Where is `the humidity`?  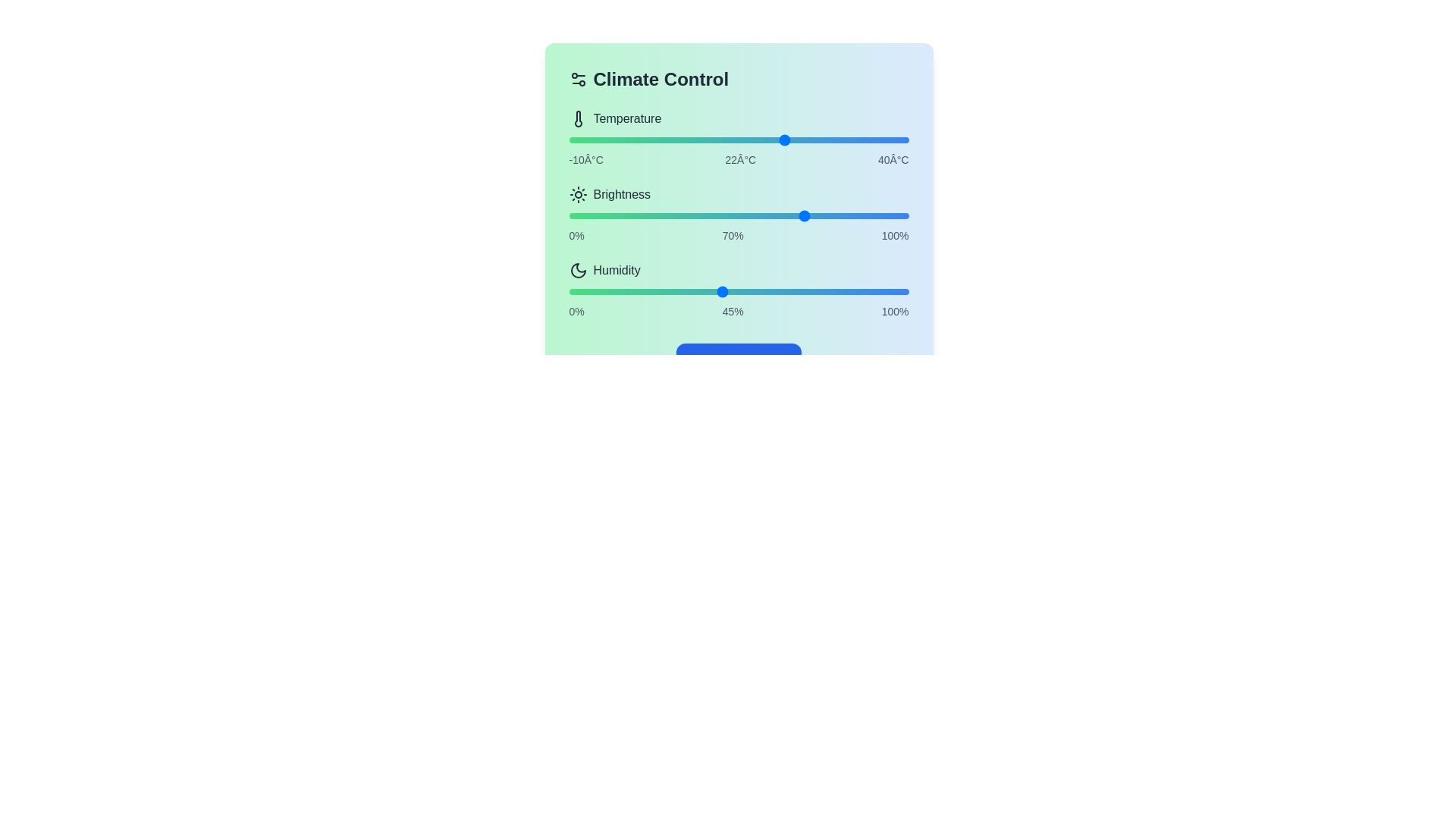 the humidity is located at coordinates (739, 292).